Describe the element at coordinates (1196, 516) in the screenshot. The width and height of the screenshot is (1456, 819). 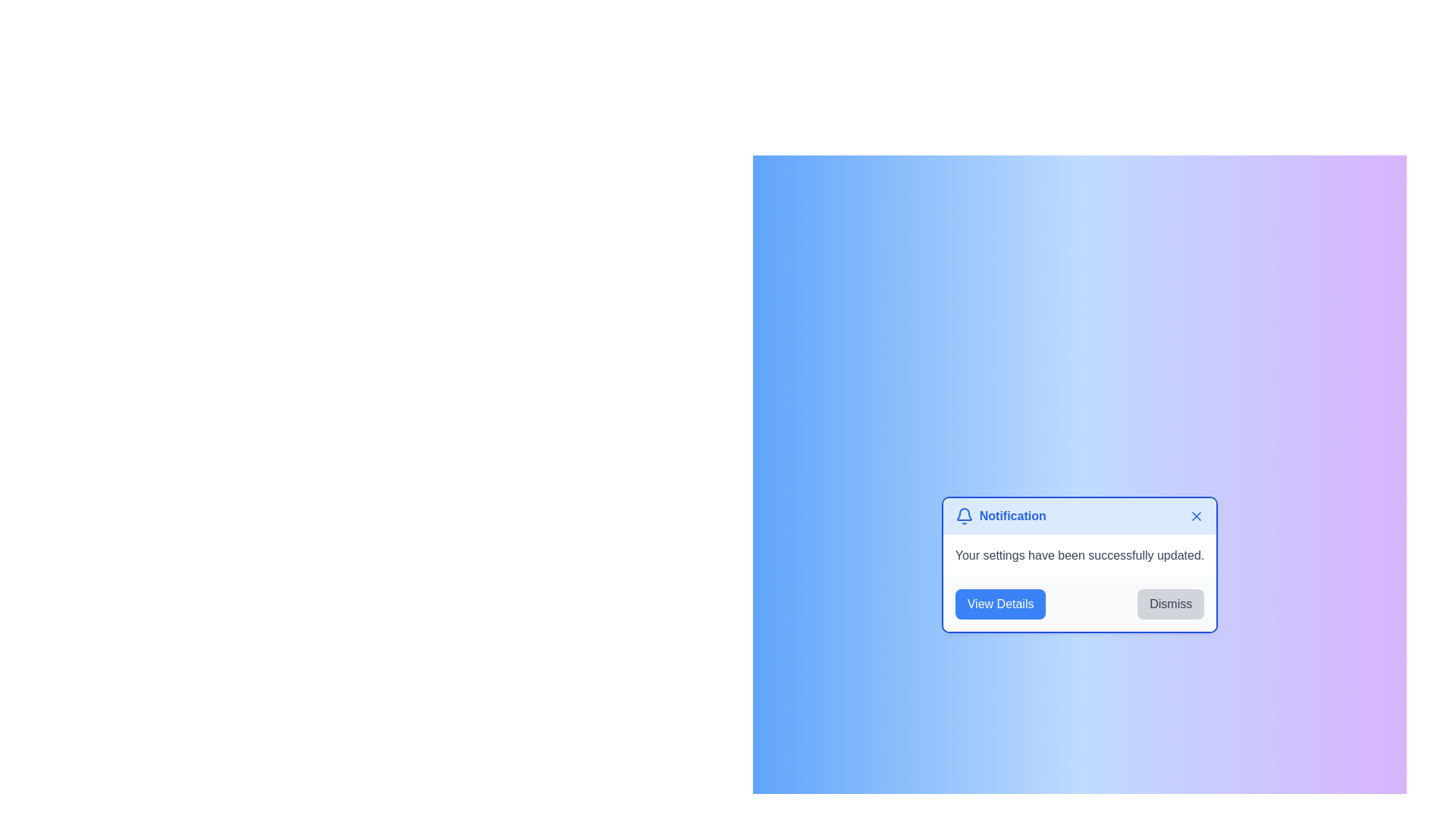
I see `the small blue 'X' icon in the top-right corner of the notification banner` at that location.